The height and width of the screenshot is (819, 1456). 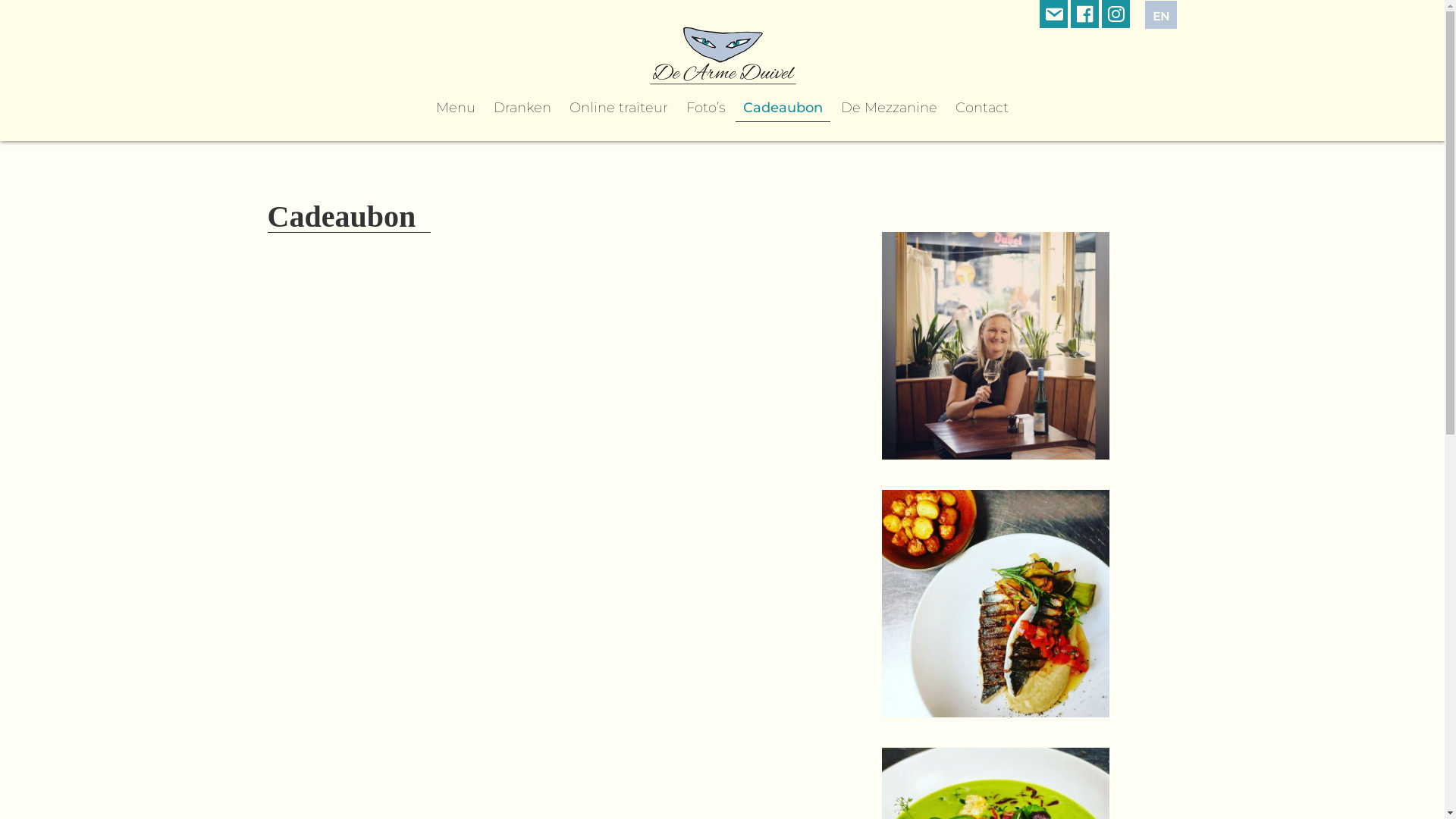 I want to click on 'EN', so click(x=1160, y=14).